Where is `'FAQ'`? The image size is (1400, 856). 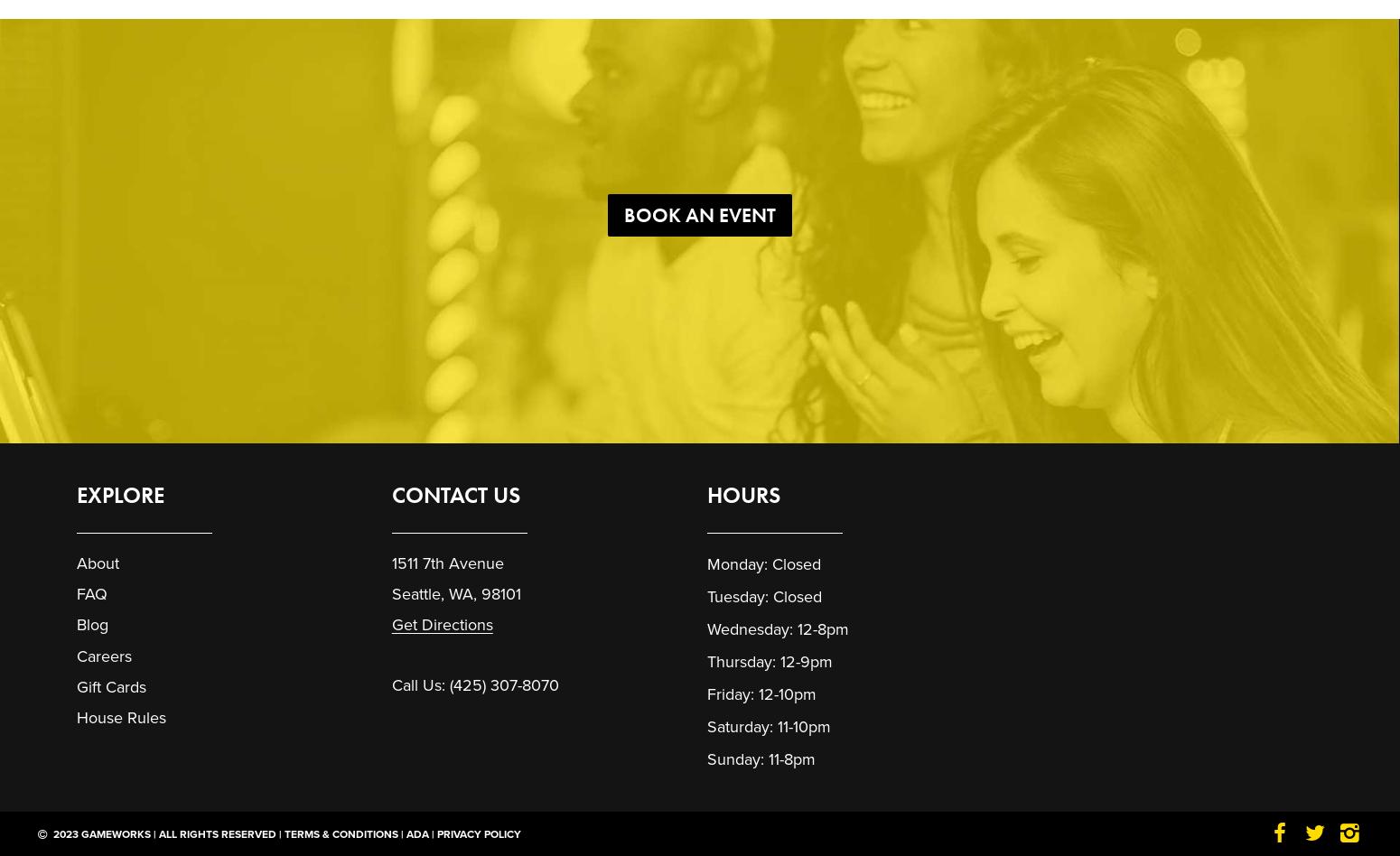 'FAQ' is located at coordinates (91, 593).